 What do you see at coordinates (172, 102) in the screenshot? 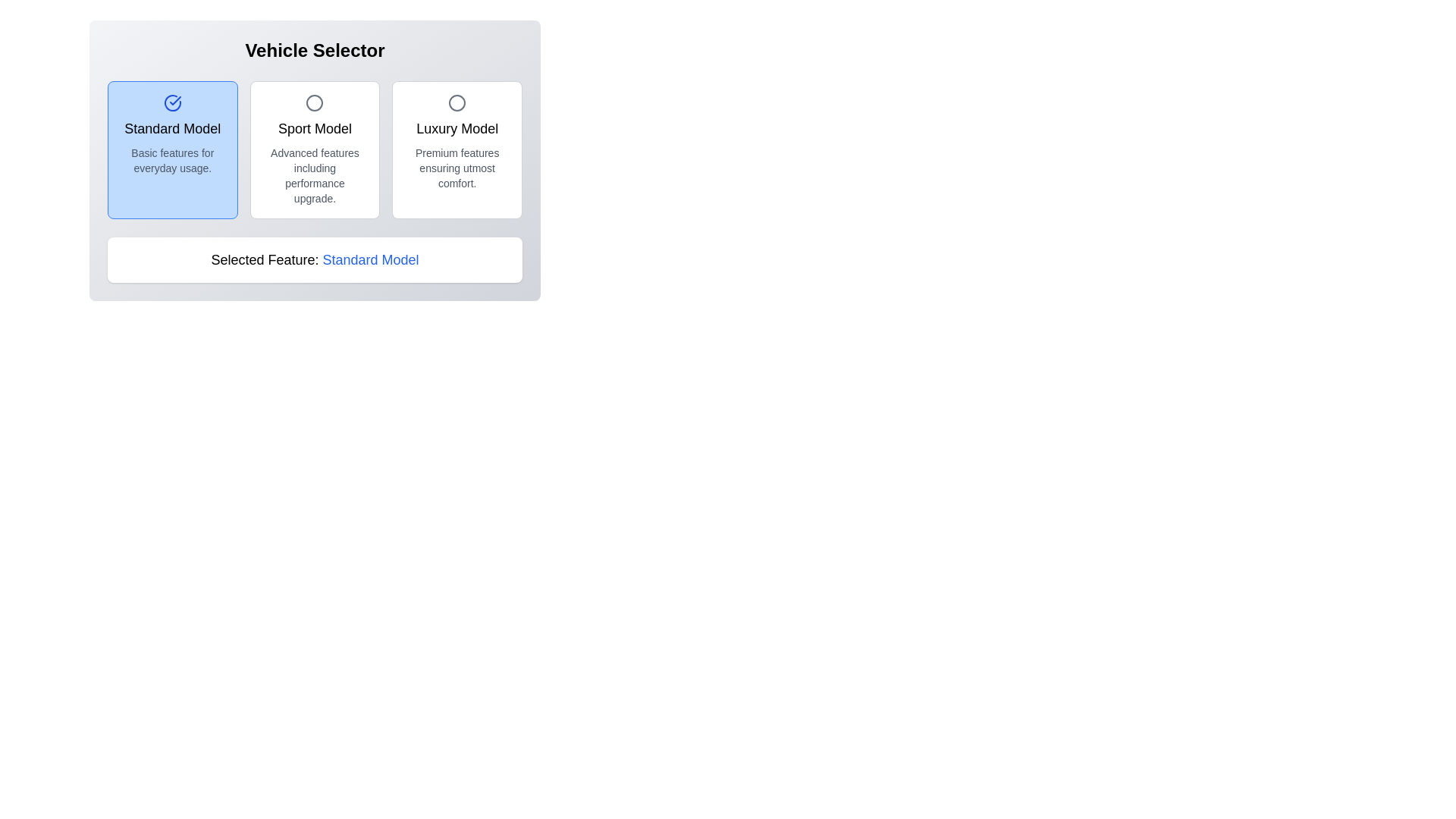
I see `the presence of the circular icon with a blue outlined checkmark in the upper-central region, indicating an active selection above the 'Standard Model' text` at bounding box center [172, 102].